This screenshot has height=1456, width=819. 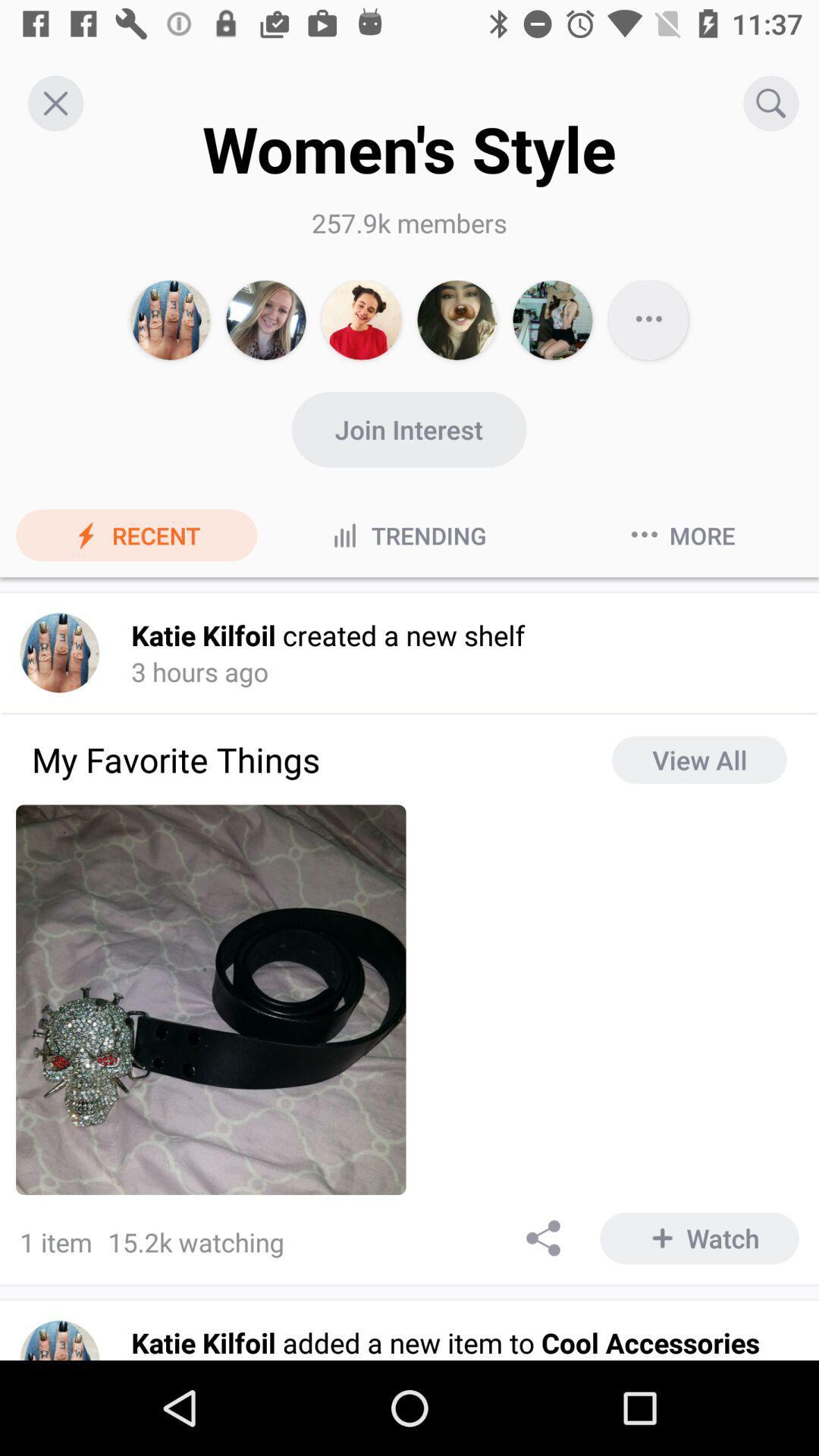 What do you see at coordinates (543, 1238) in the screenshot?
I see `share` at bounding box center [543, 1238].